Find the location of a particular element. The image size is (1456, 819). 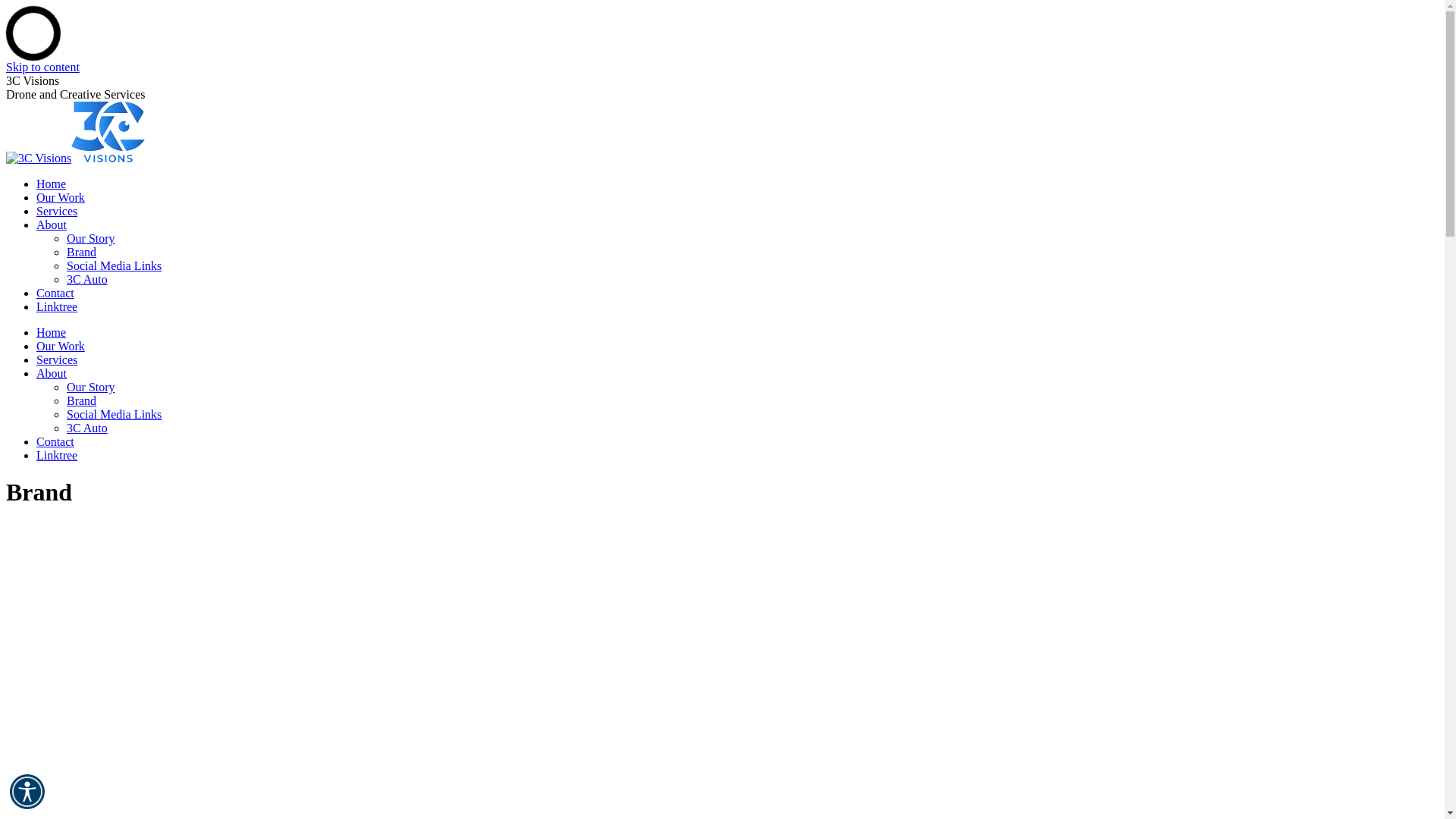

'Services' is located at coordinates (57, 211).